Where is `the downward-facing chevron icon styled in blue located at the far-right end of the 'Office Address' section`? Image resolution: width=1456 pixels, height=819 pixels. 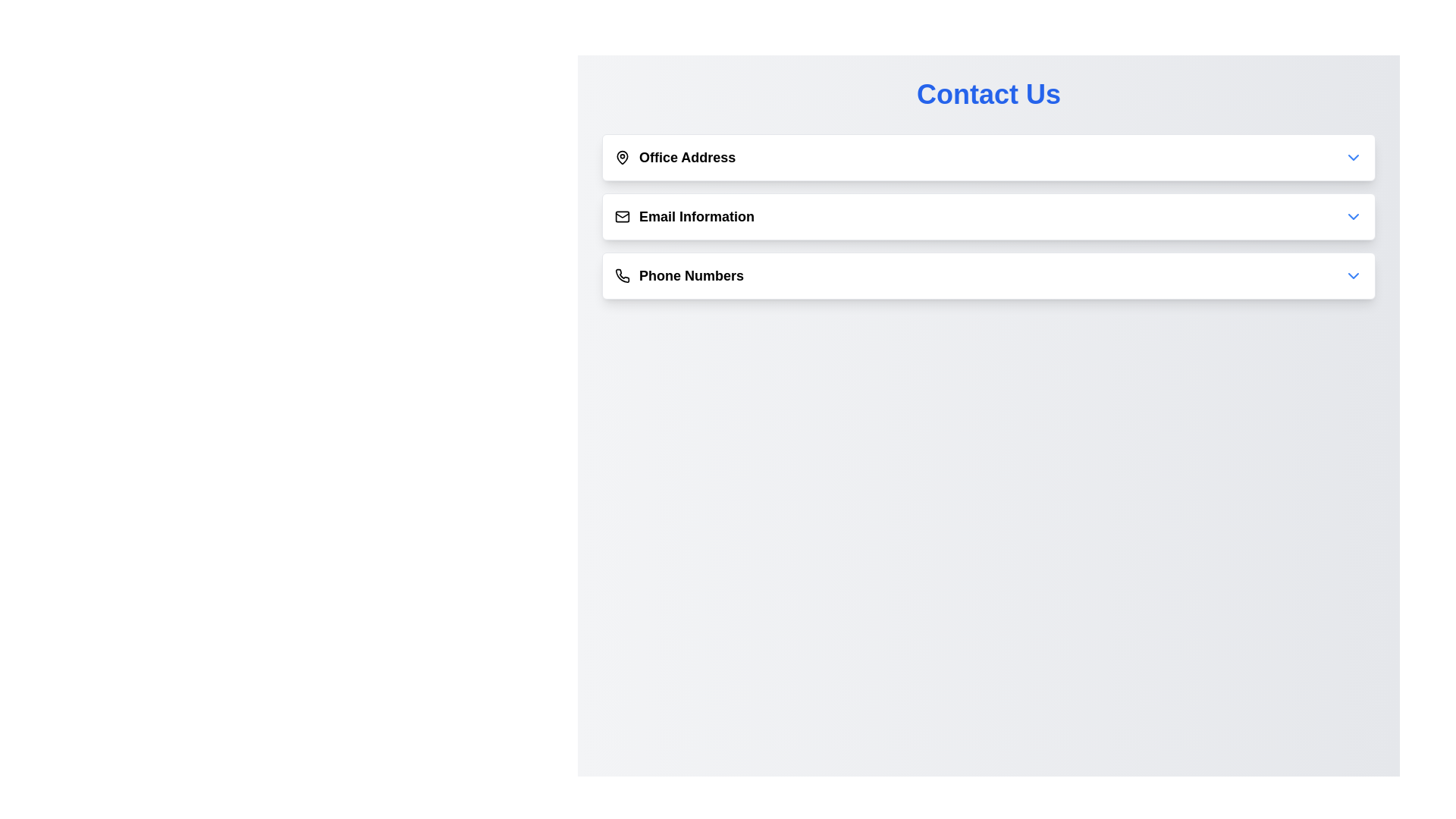
the downward-facing chevron icon styled in blue located at the far-right end of the 'Office Address' section is located at coordinates (1354, 158).